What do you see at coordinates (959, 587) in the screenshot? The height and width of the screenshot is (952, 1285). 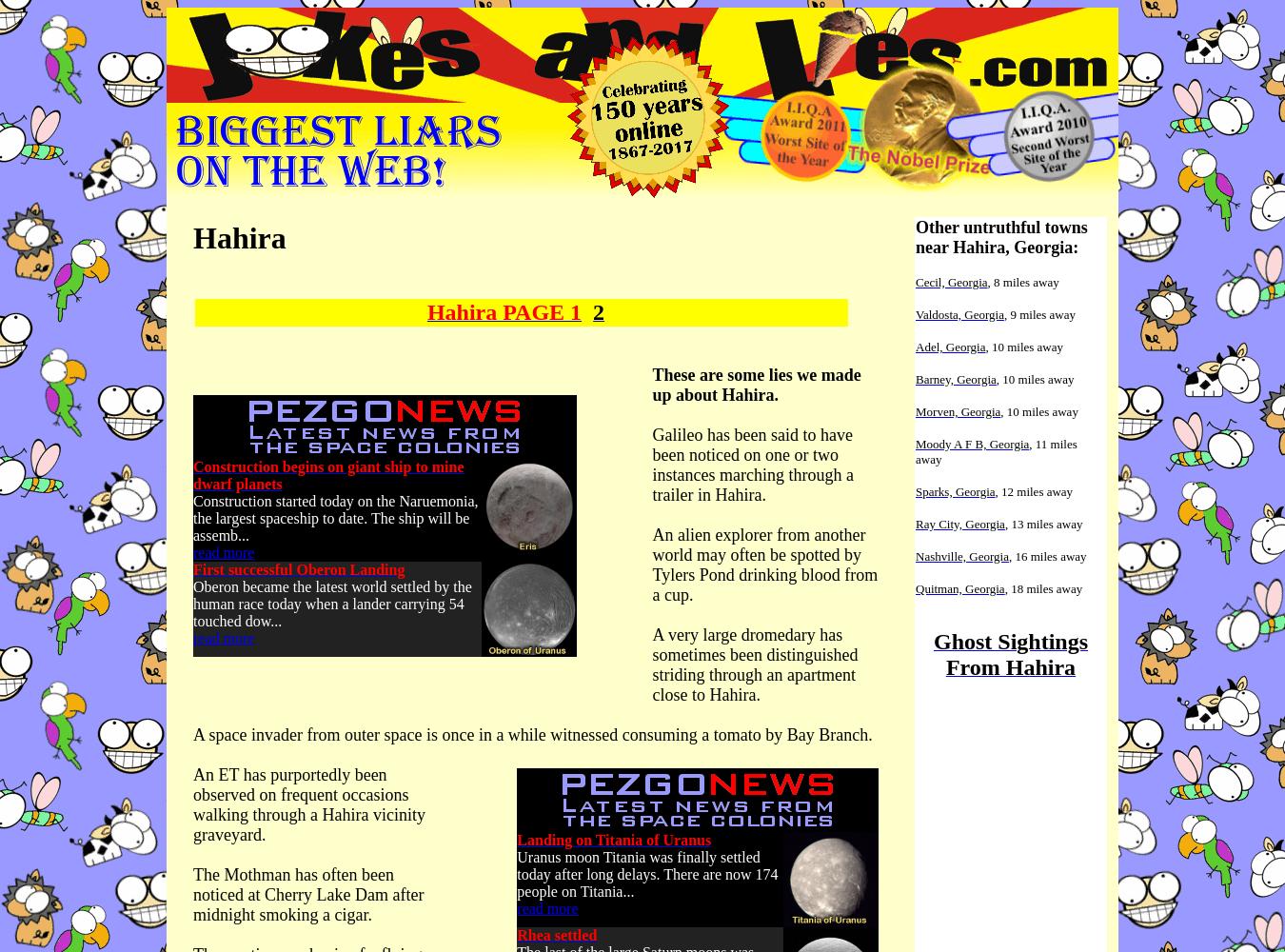 I see `'Quitman, Georgia'` at bounding box center [959, 587].